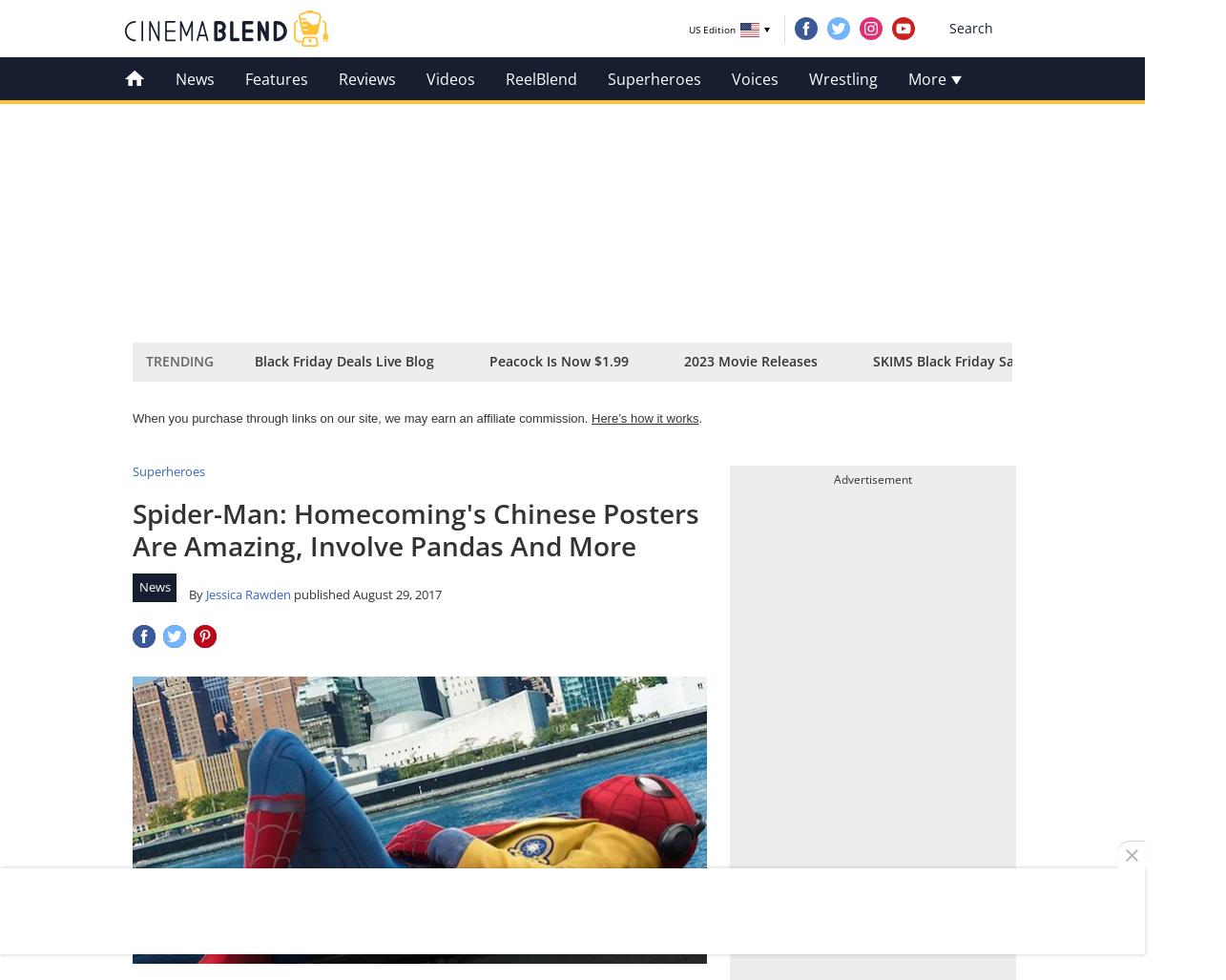 The image size is (1226, 980). I want to click on 'Search', so click(970, 28).